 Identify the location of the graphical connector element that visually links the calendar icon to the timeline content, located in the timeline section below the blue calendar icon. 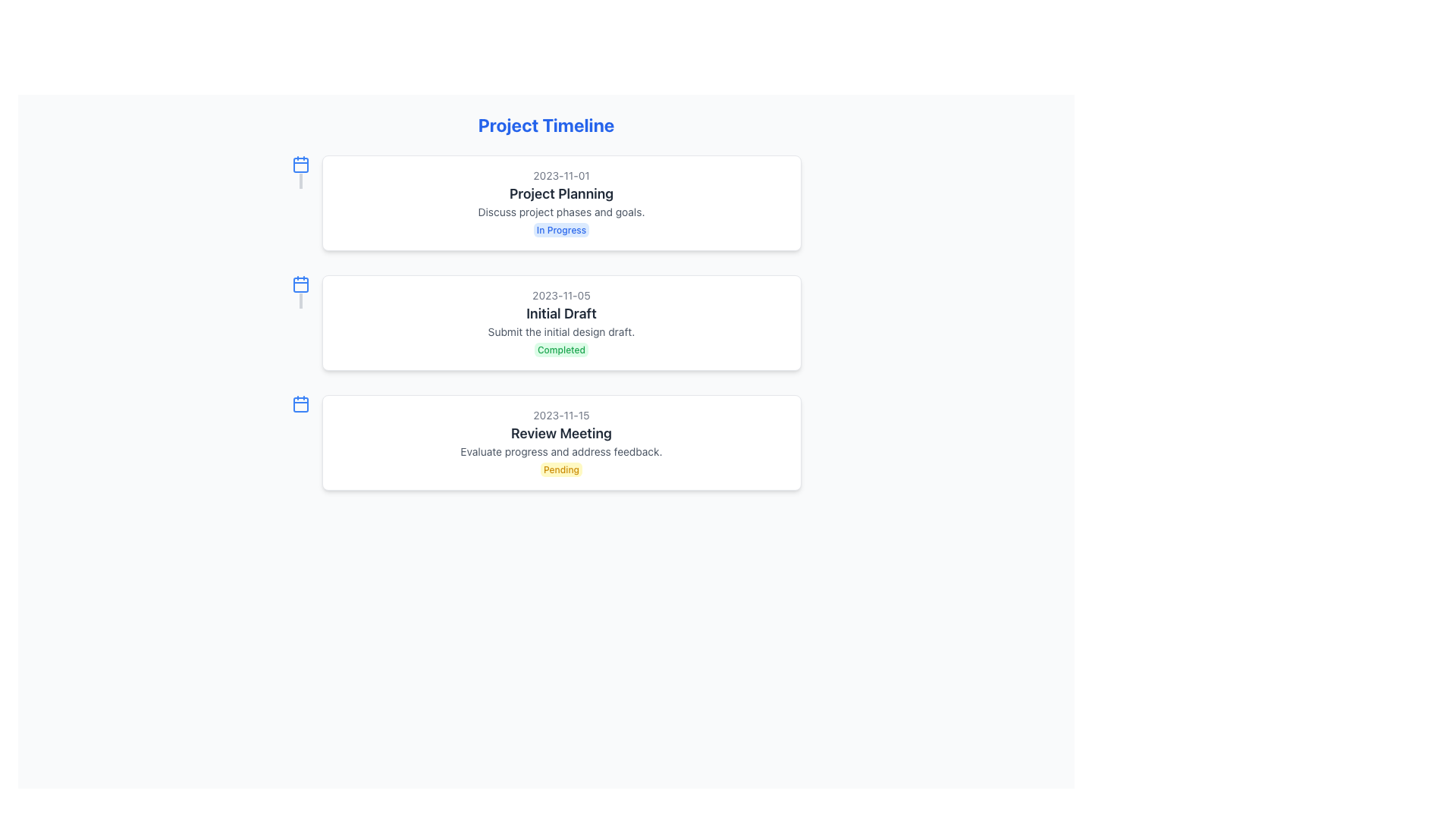
(300, 180).